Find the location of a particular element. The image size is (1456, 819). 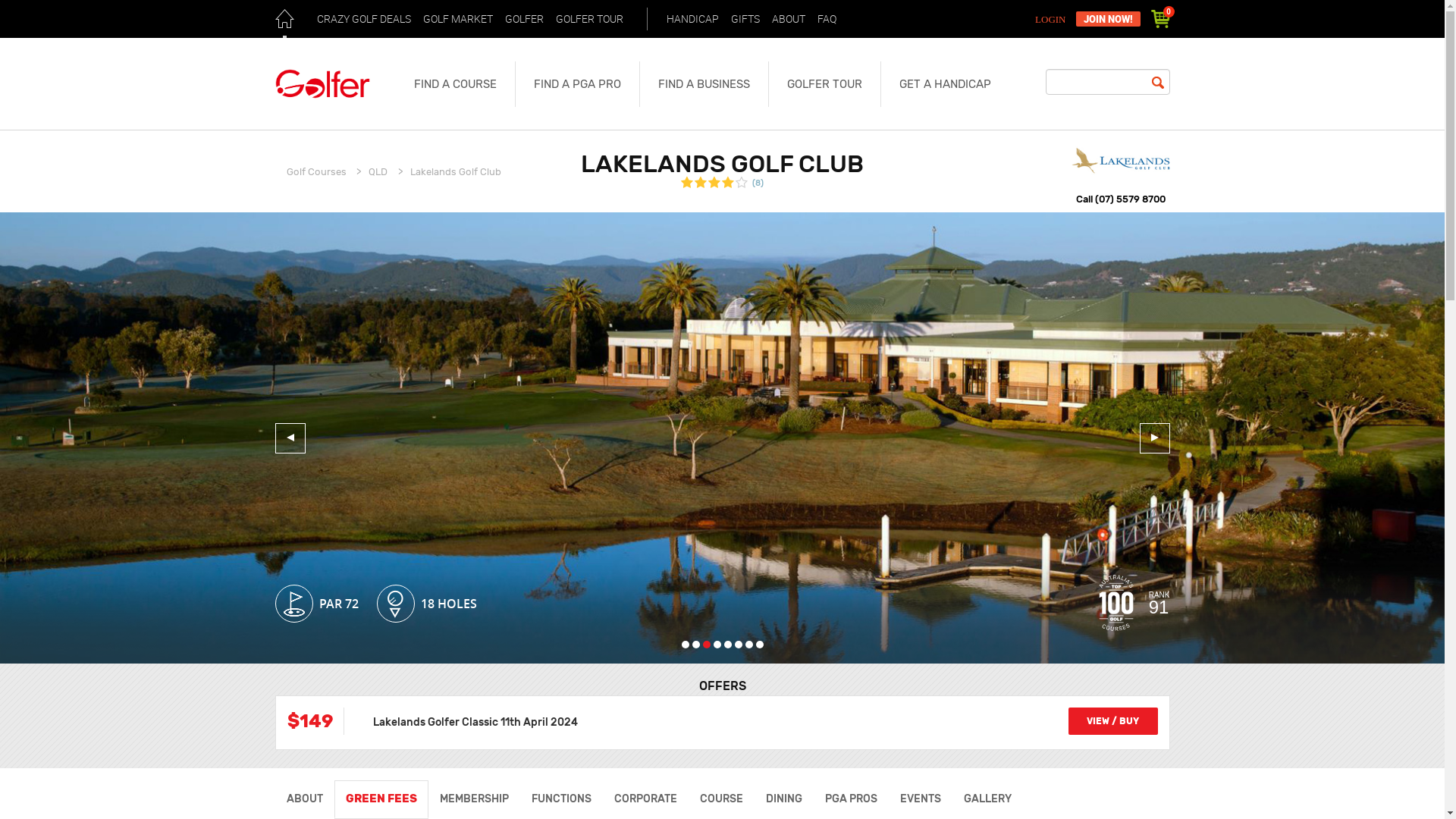

'GOLFER TOUR' is located at coordinates (588, 18).